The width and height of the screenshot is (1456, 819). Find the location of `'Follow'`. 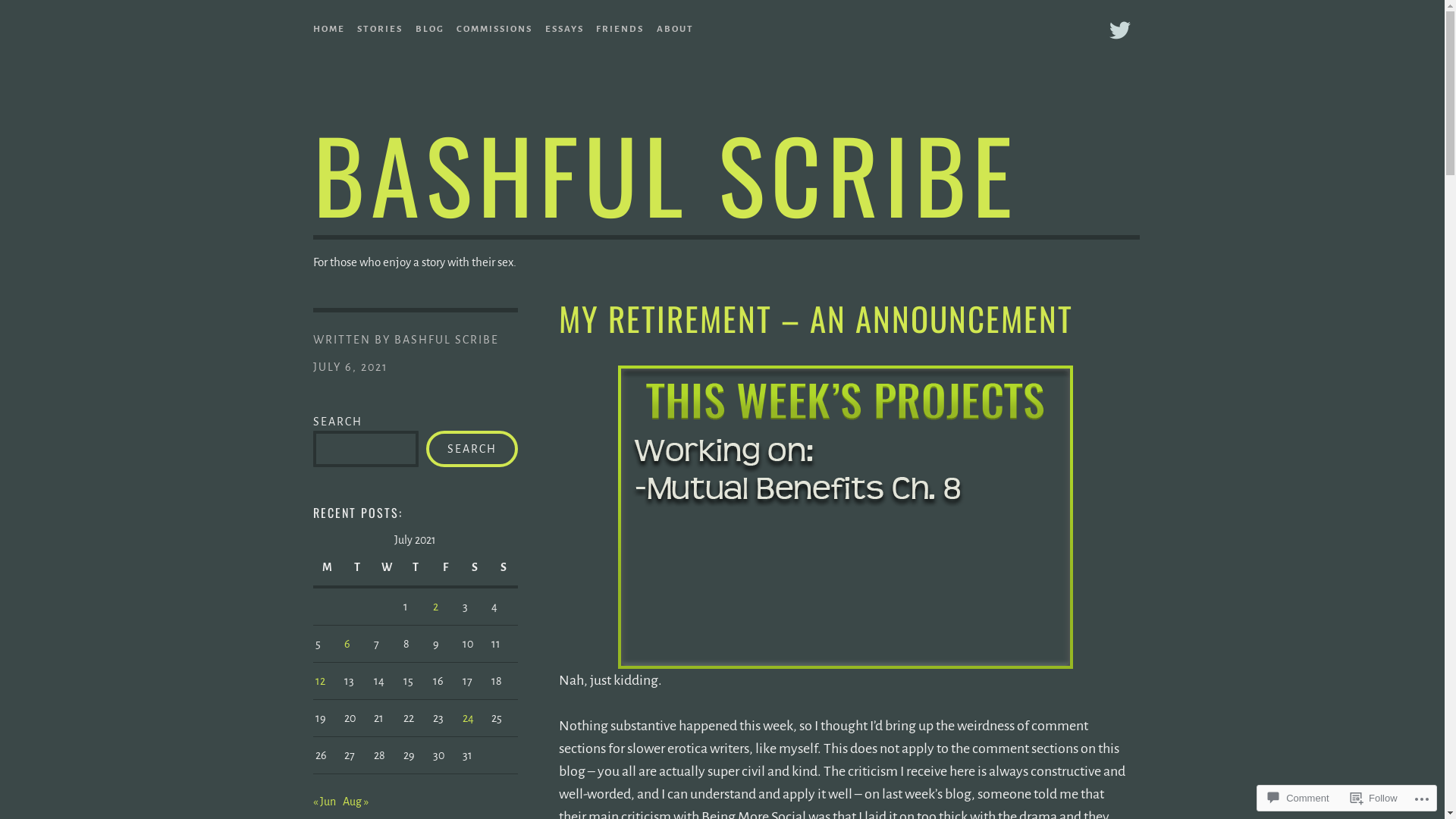

'Follow' is located at coordinates (1344, 797).